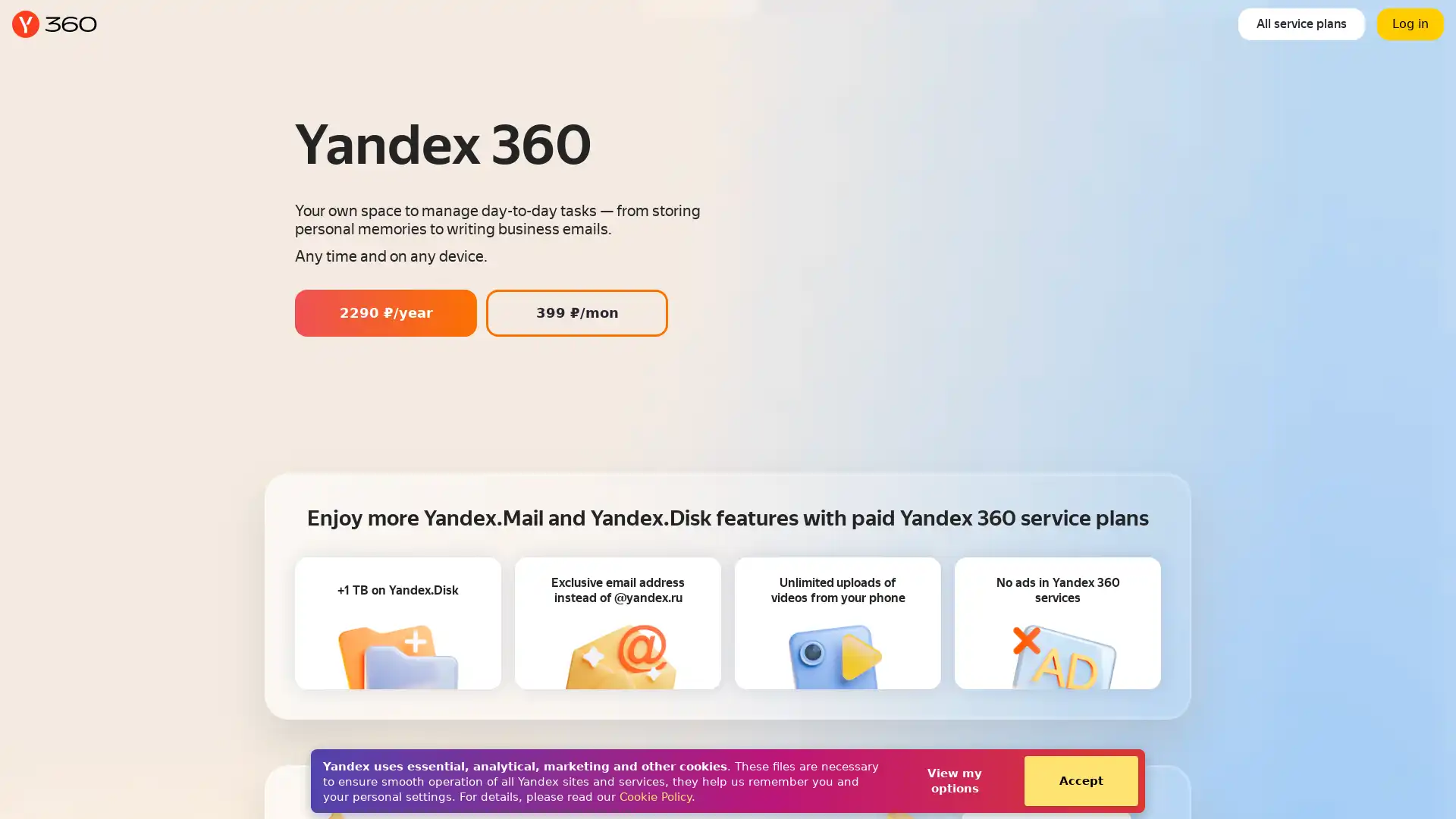  I want to click on Accept, so click(1080, 780).